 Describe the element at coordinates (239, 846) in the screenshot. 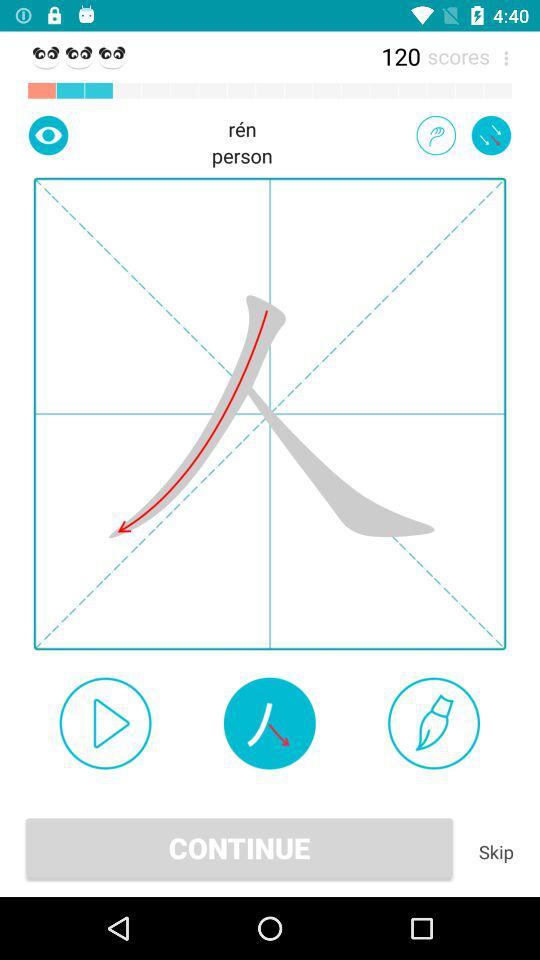

I see `the continue icon` at that location.